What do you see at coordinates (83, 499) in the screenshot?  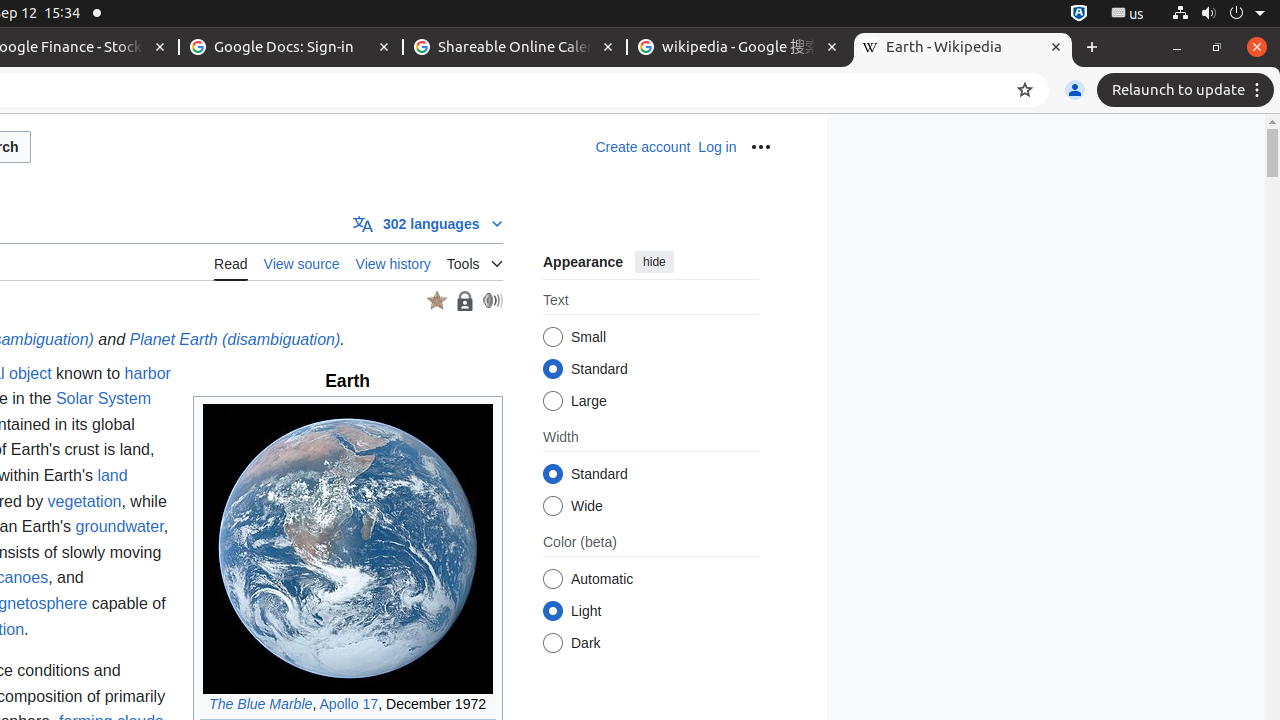 I see `'vegetation'` at bounding box center [83, 499].